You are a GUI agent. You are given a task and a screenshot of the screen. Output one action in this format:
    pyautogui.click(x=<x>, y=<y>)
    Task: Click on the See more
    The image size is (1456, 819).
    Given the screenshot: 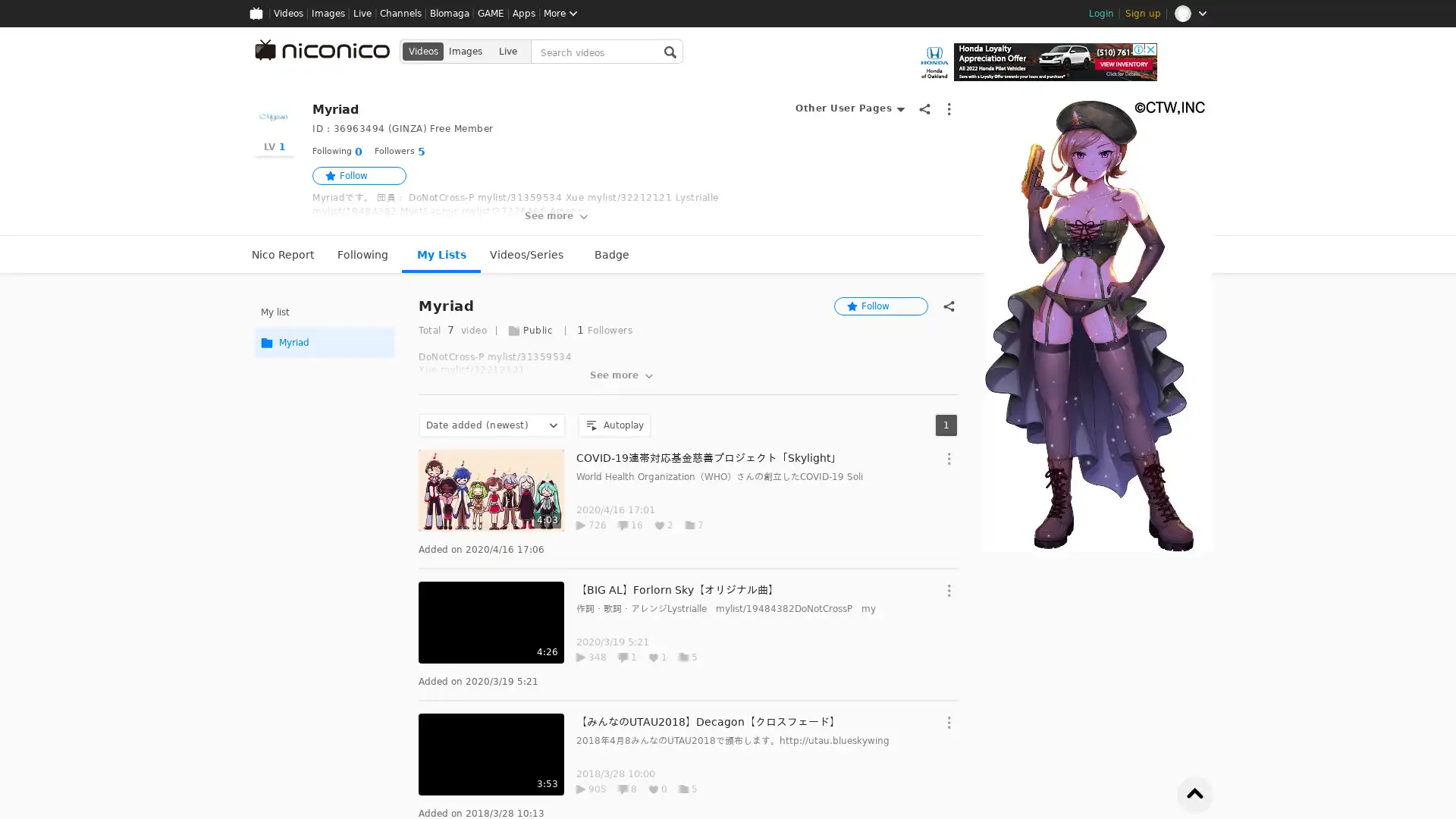 What is the action you would take?
    pyautogui.click(x=623, y=375)
    